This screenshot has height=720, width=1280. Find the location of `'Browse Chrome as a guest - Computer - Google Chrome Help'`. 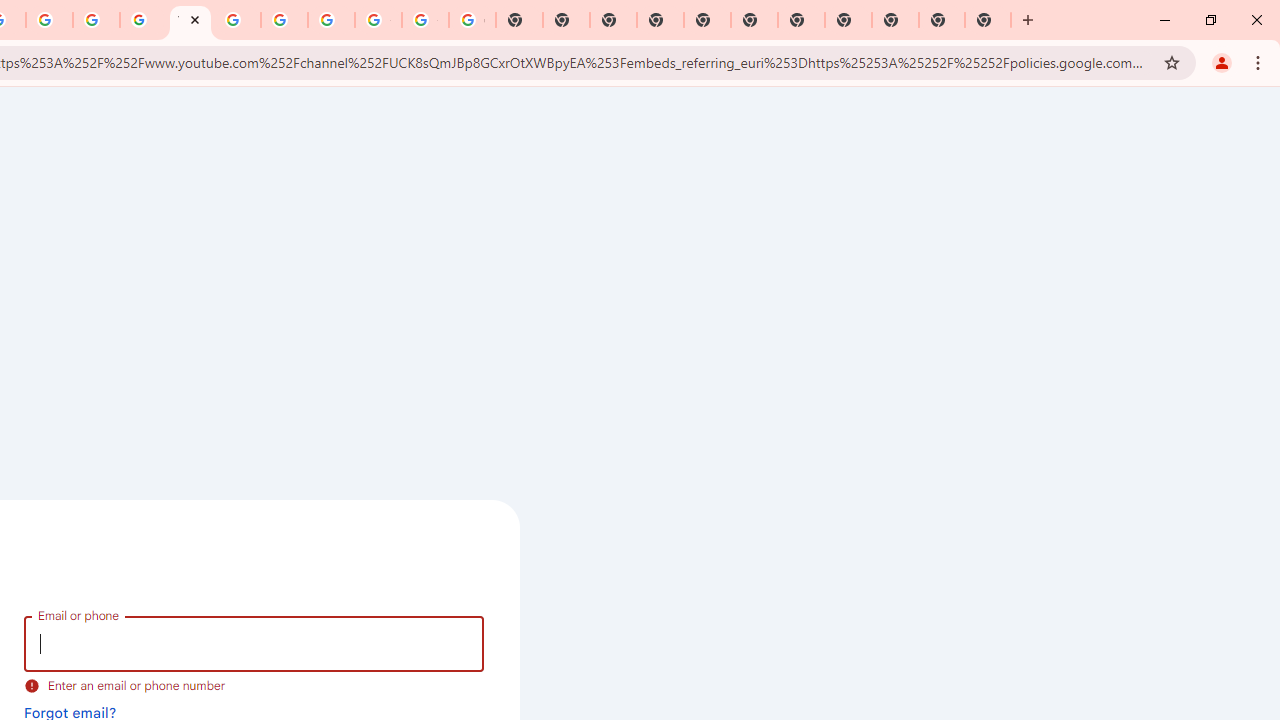

'Browse Chrome as a guest - Computer - Google Chrome Help' is located at coordinates (237, 20).